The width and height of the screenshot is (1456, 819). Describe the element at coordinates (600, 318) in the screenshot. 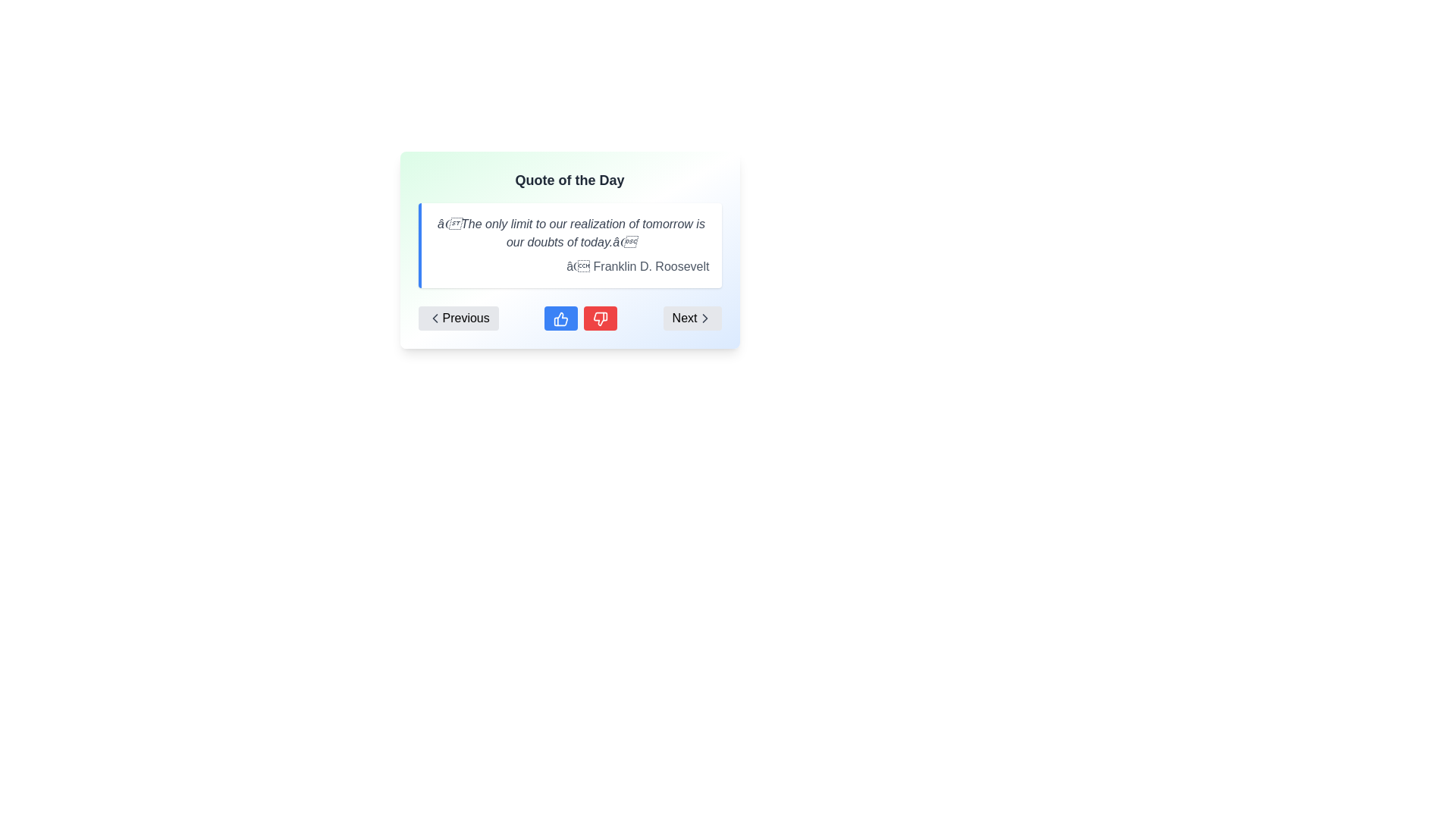

I see `the small red circular Feedback Button with a thumbs-down icon located below the 'Quote of the Day' to provide negative feedback` at that location.